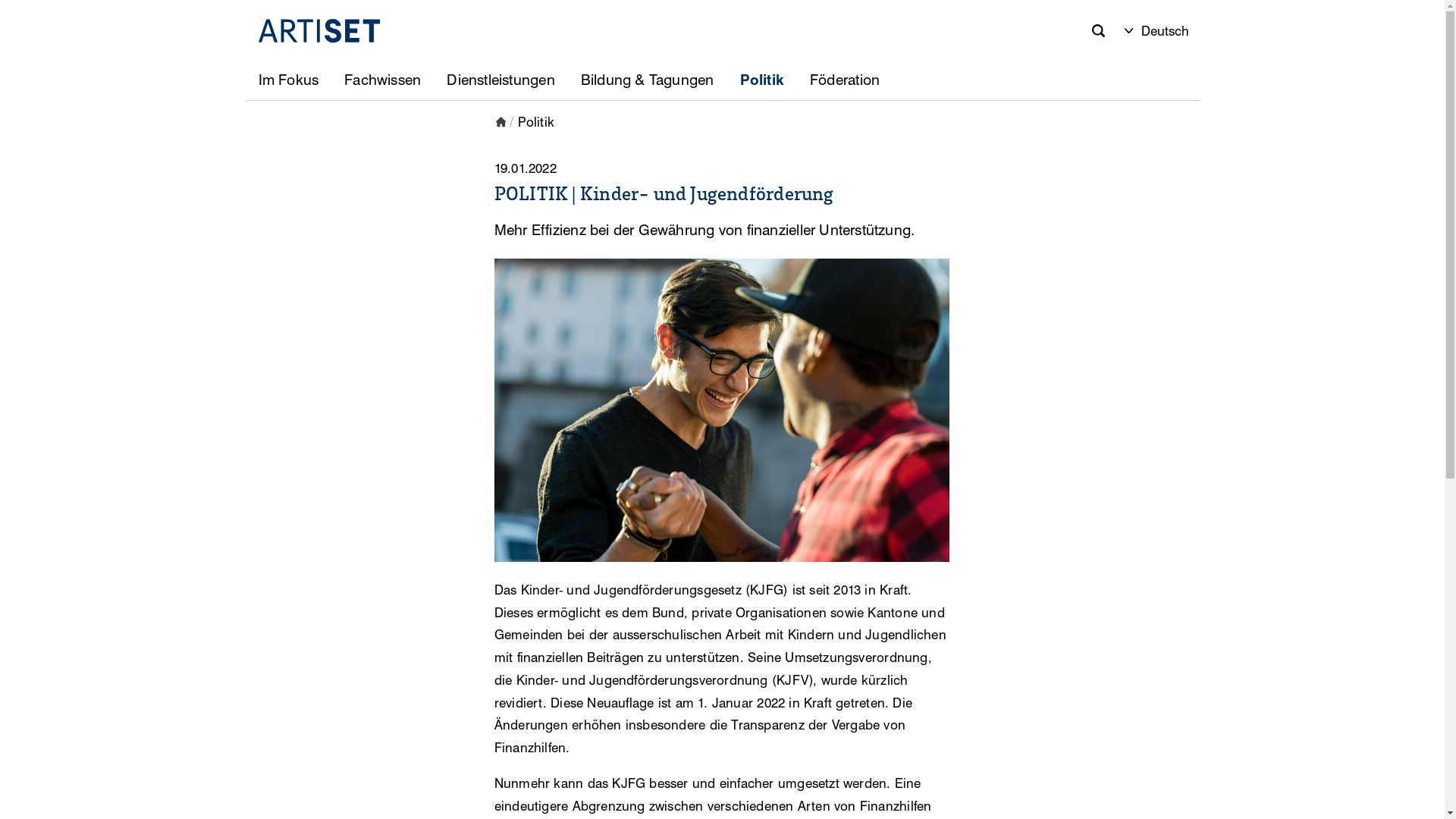 The width and height of the screenshot is (1456, 819). I want to click on 'Im Fokus', so click(288, 80).